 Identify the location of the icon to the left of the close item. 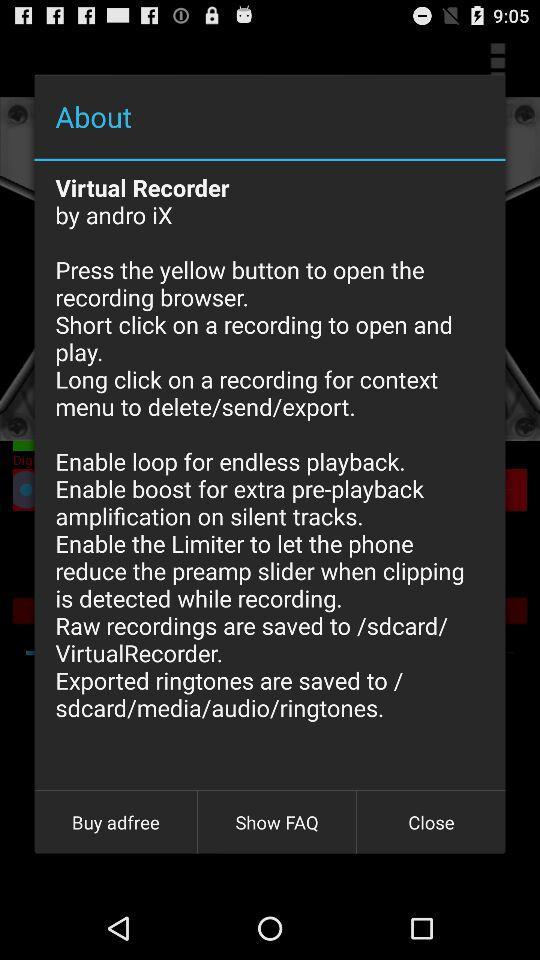
(276, 822).